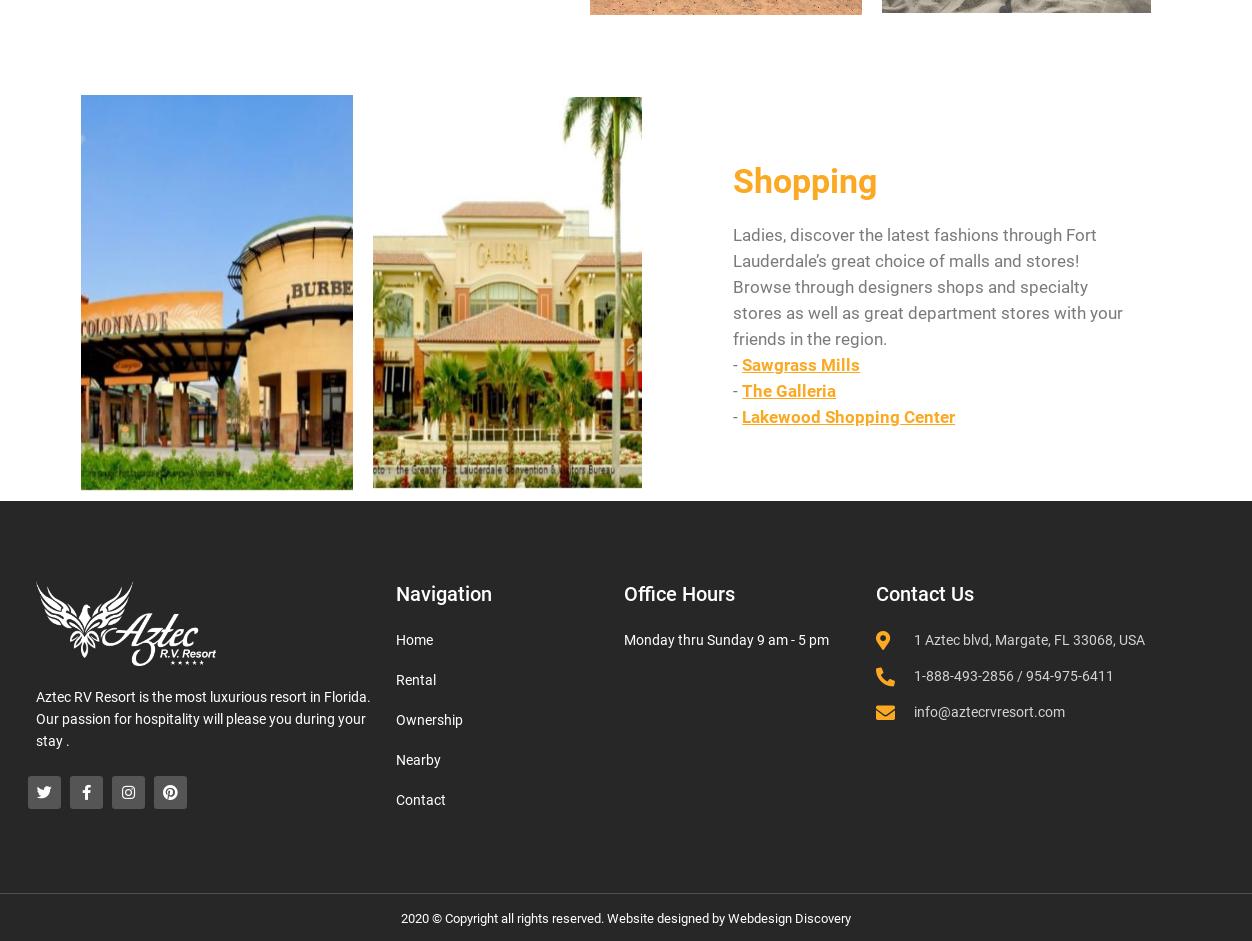  I want to click on 'The Galleria', so click(741, 389).